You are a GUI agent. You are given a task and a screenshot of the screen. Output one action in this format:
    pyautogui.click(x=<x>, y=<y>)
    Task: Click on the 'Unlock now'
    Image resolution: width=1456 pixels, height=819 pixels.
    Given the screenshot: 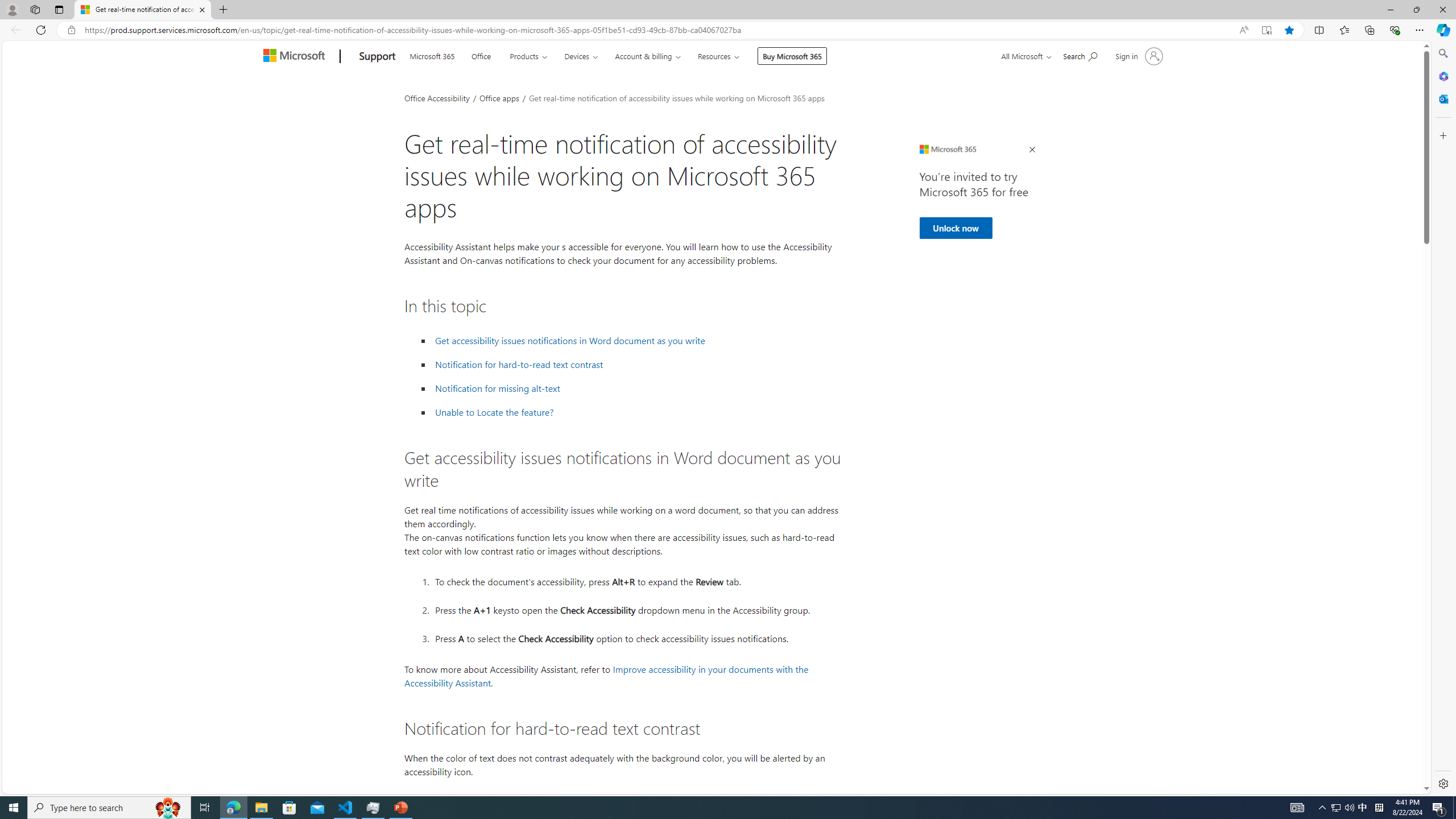 What is the action you would take?
    pyautogui.click(x=955, y=228)
    